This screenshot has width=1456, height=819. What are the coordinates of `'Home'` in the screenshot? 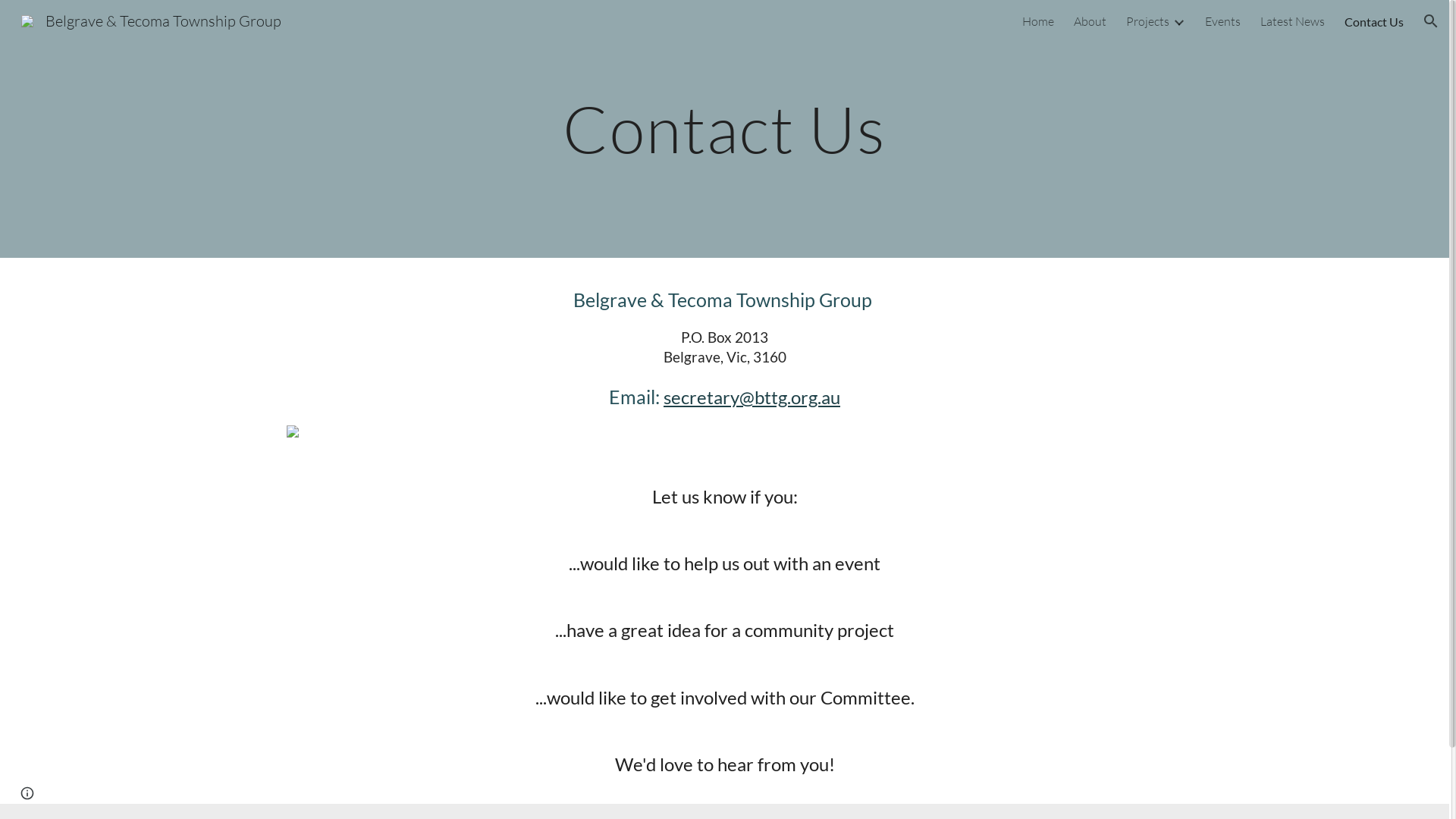 It's located at (1037, 20).